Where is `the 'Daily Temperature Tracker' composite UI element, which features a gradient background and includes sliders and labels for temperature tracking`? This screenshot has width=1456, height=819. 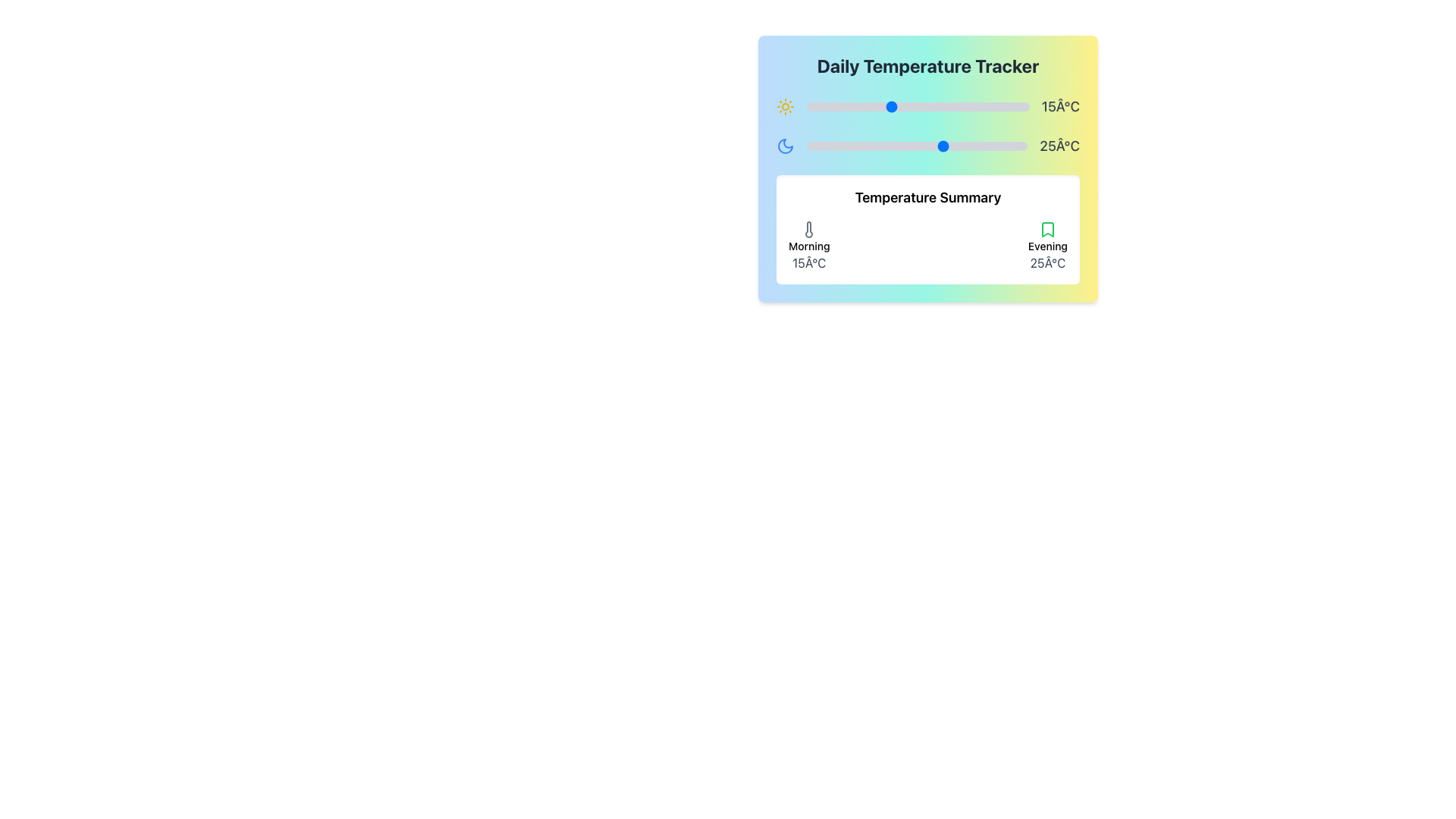 the 'Daily Temperature Tracker' composite UI element, which features a gradient background and includes sliders and labels for temperature tracking is located at coordinates (927, 169).